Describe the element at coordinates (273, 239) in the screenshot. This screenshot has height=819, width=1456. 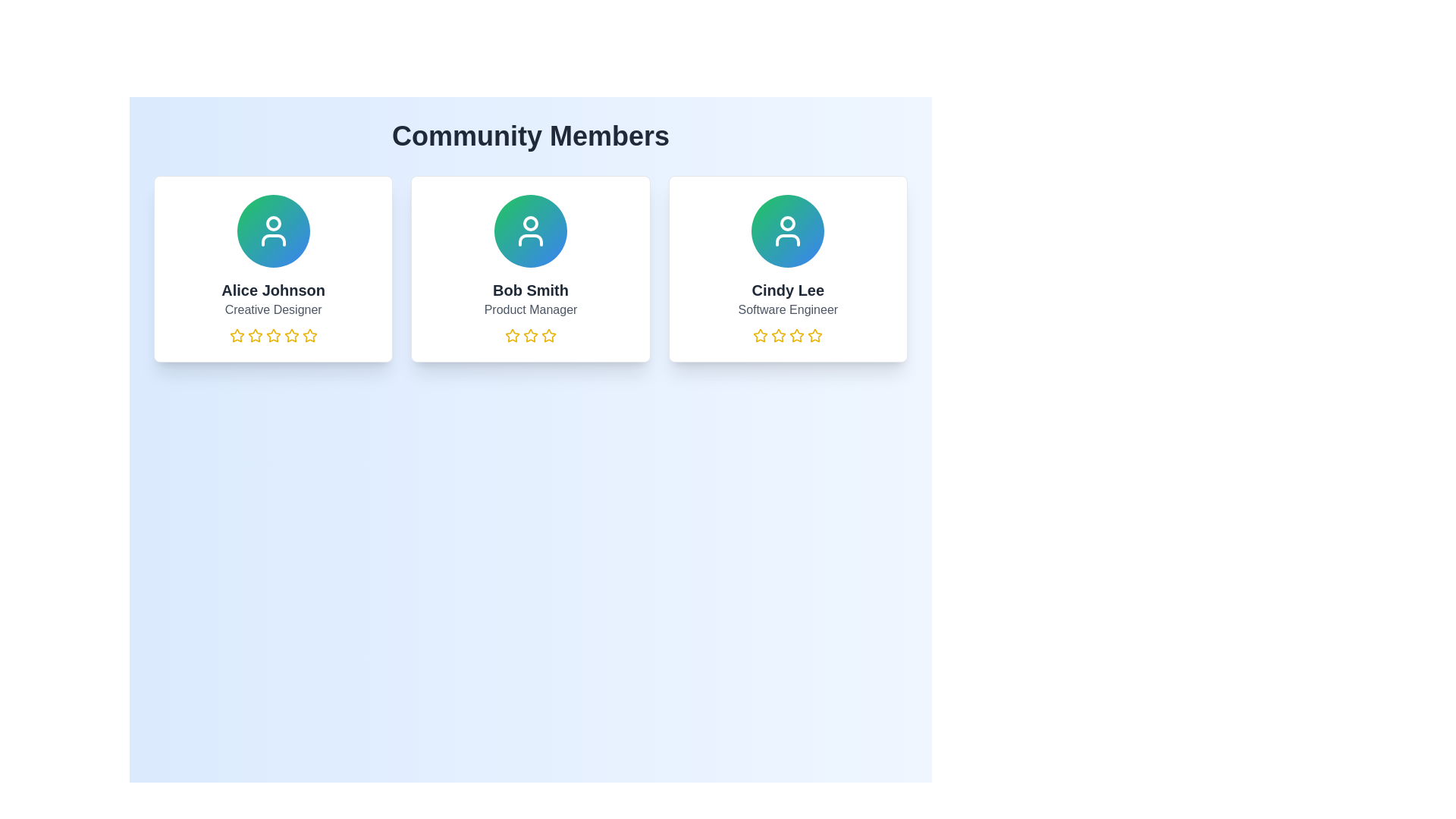
I see `the torso part of the user icon representing 'Alice Johnson' in the top-left card of the community member profiles` at that location.